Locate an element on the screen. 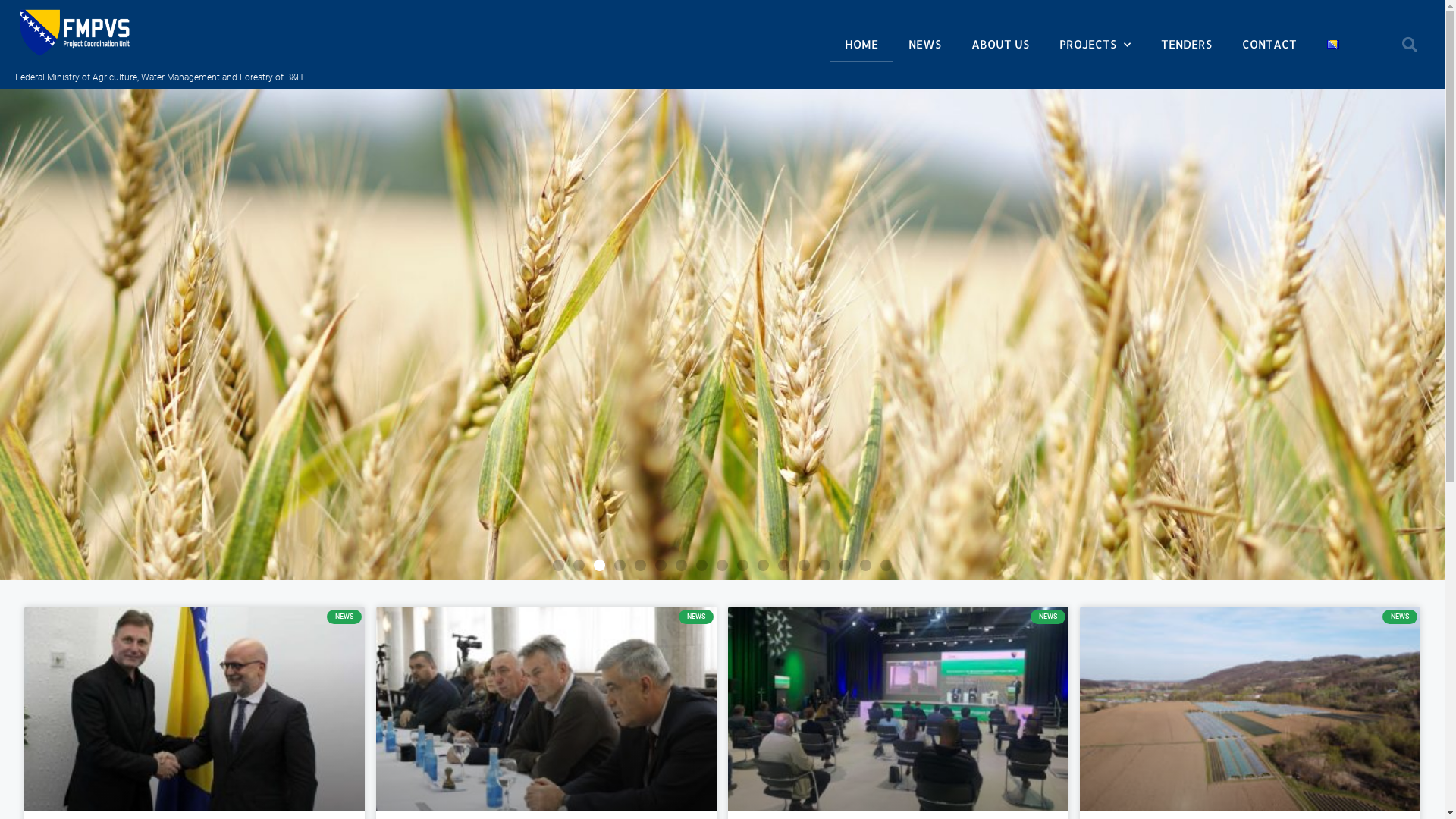  'CONTACT' is located at coordinates (1269, 43).